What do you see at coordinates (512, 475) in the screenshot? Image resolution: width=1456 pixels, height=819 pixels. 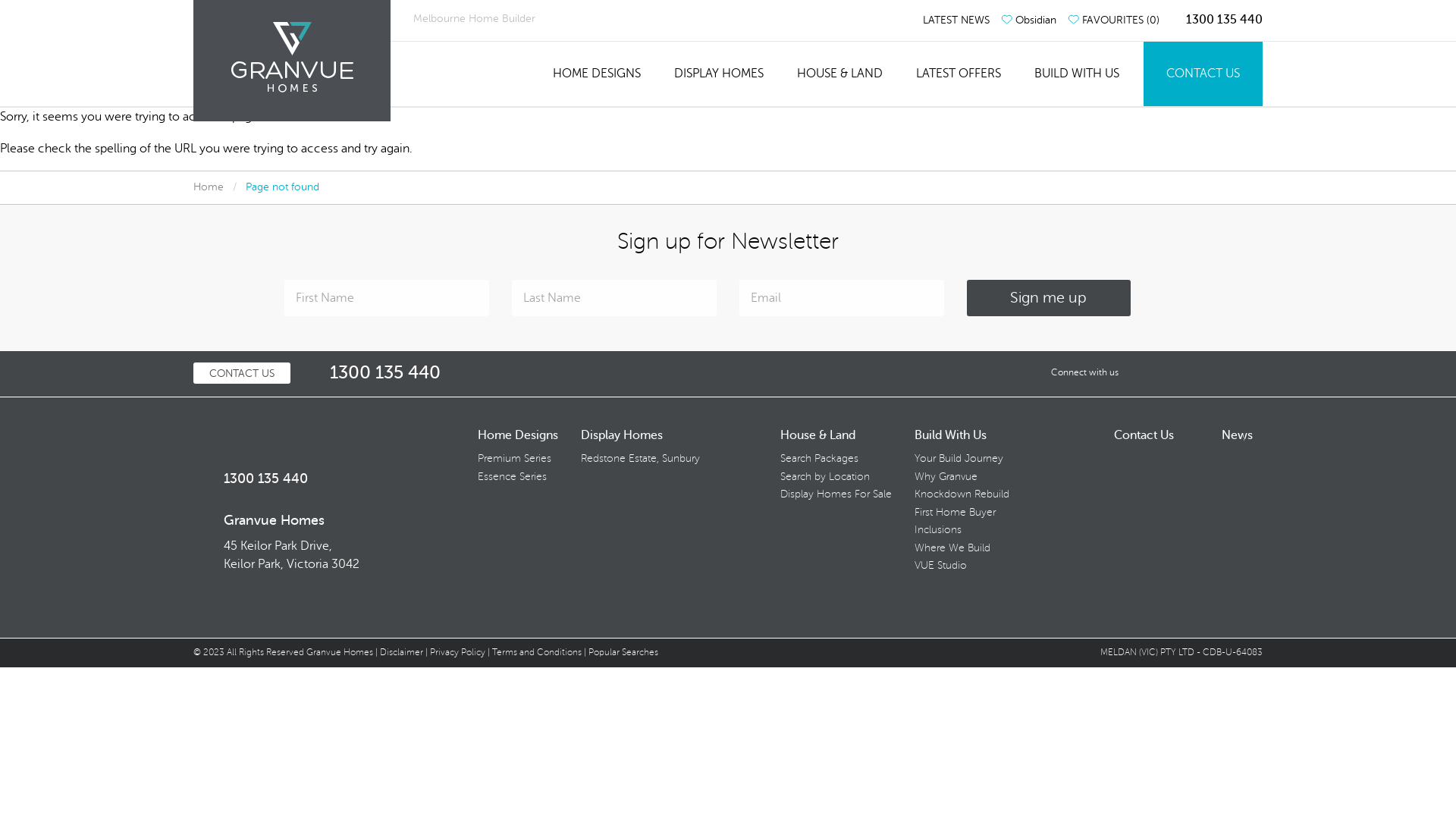 I see `'Essence Series'` at bounding box center [512, 475].